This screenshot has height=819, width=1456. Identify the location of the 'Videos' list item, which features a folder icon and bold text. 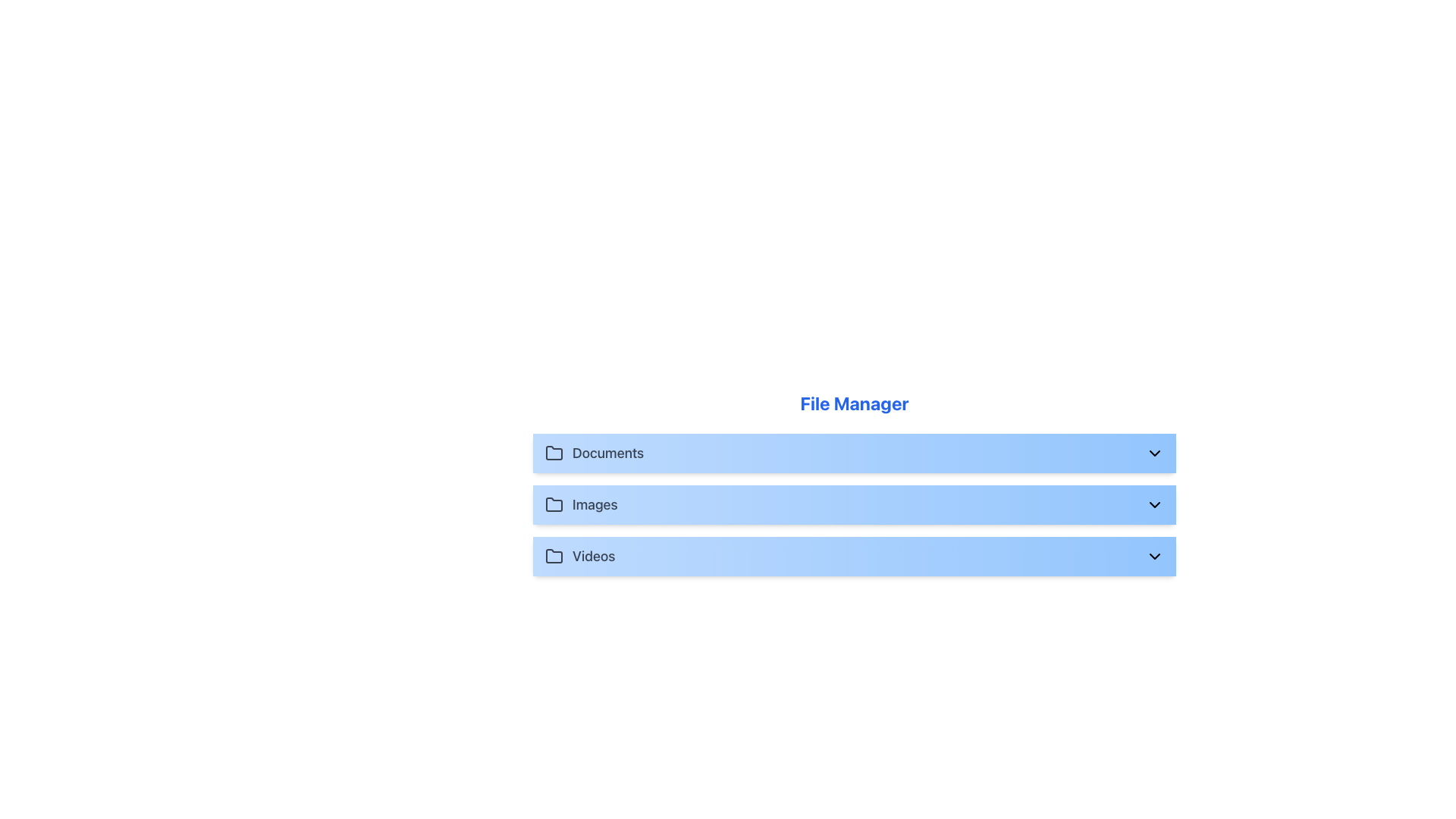
(579, 556).